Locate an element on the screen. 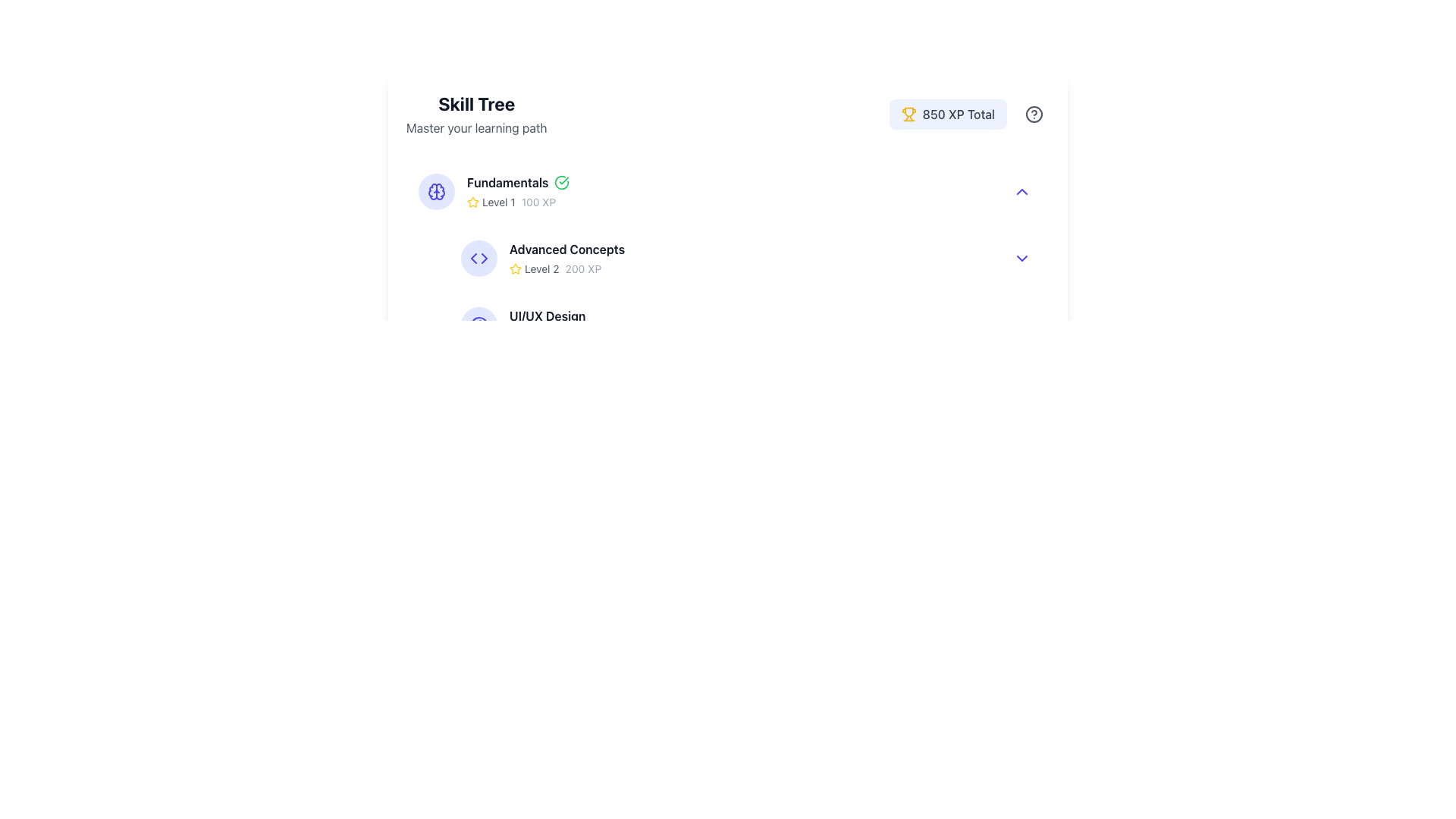  the status of the completion icon located to the immediate right of the 'Fundamentals' text in the 'Skill Tree' section is located at coordinates (561, 181).